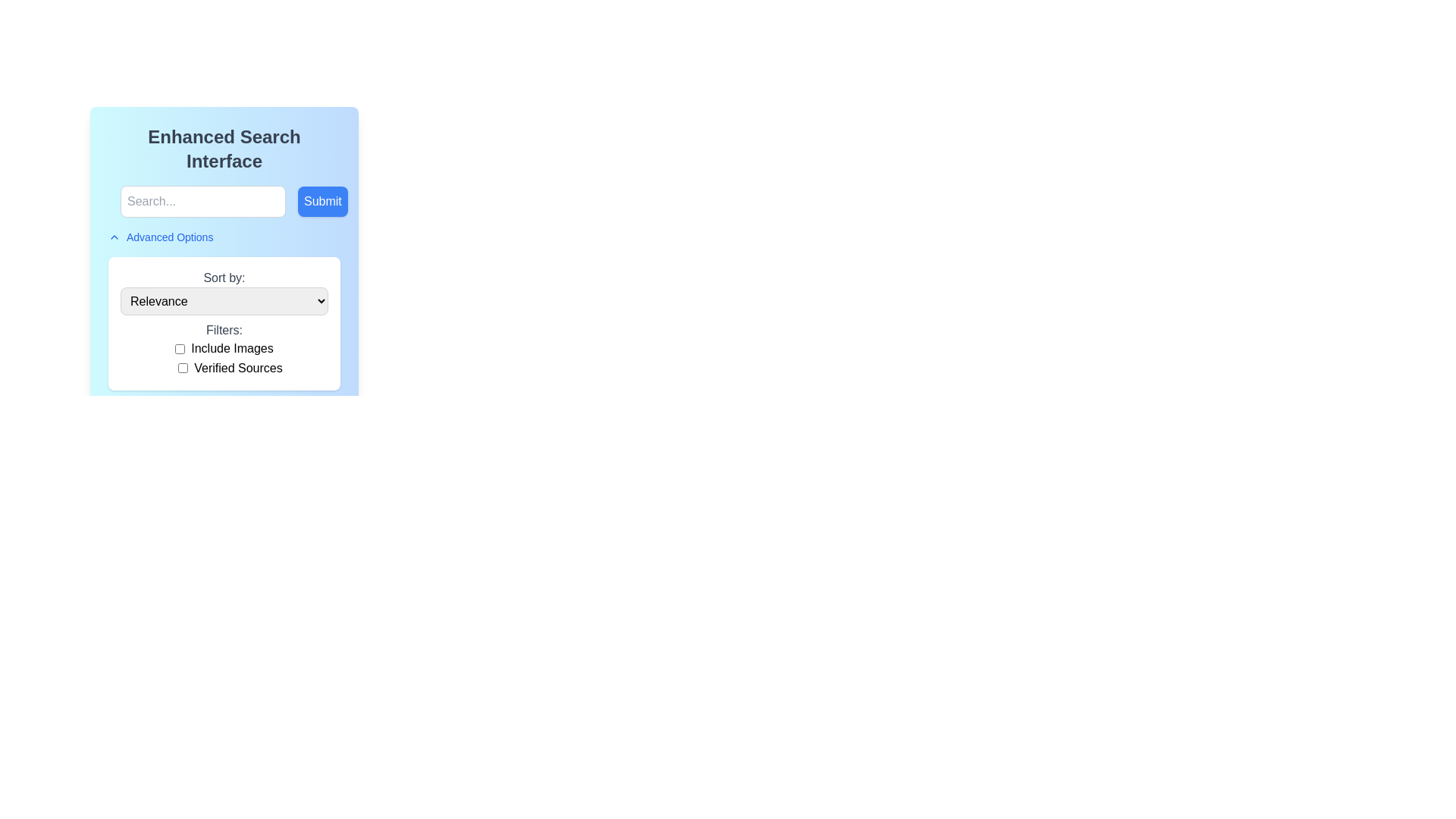  What do you see at coordinates (322, 201) in the screenshot?
I see `the 'Submit' button, which is a rounded rectangular button with a blue background and white text, located to the far right of the search interface panel` at bounding box center [322, 201].